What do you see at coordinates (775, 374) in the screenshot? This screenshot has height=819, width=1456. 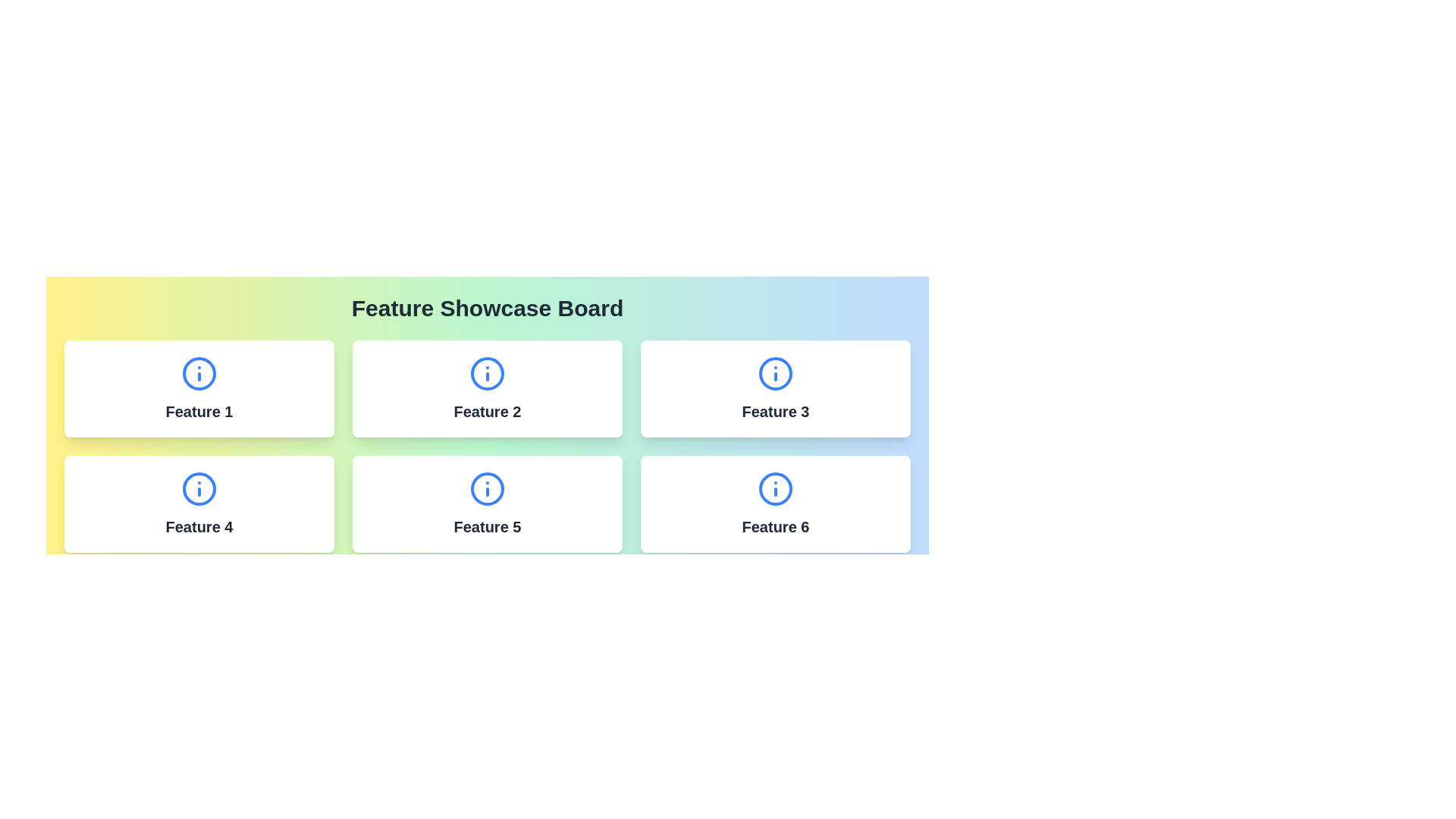 I see `the circular blue icon with an information symbol located at the top-center of the card titled 'Feature 3'` at bounding box center [775, 374].